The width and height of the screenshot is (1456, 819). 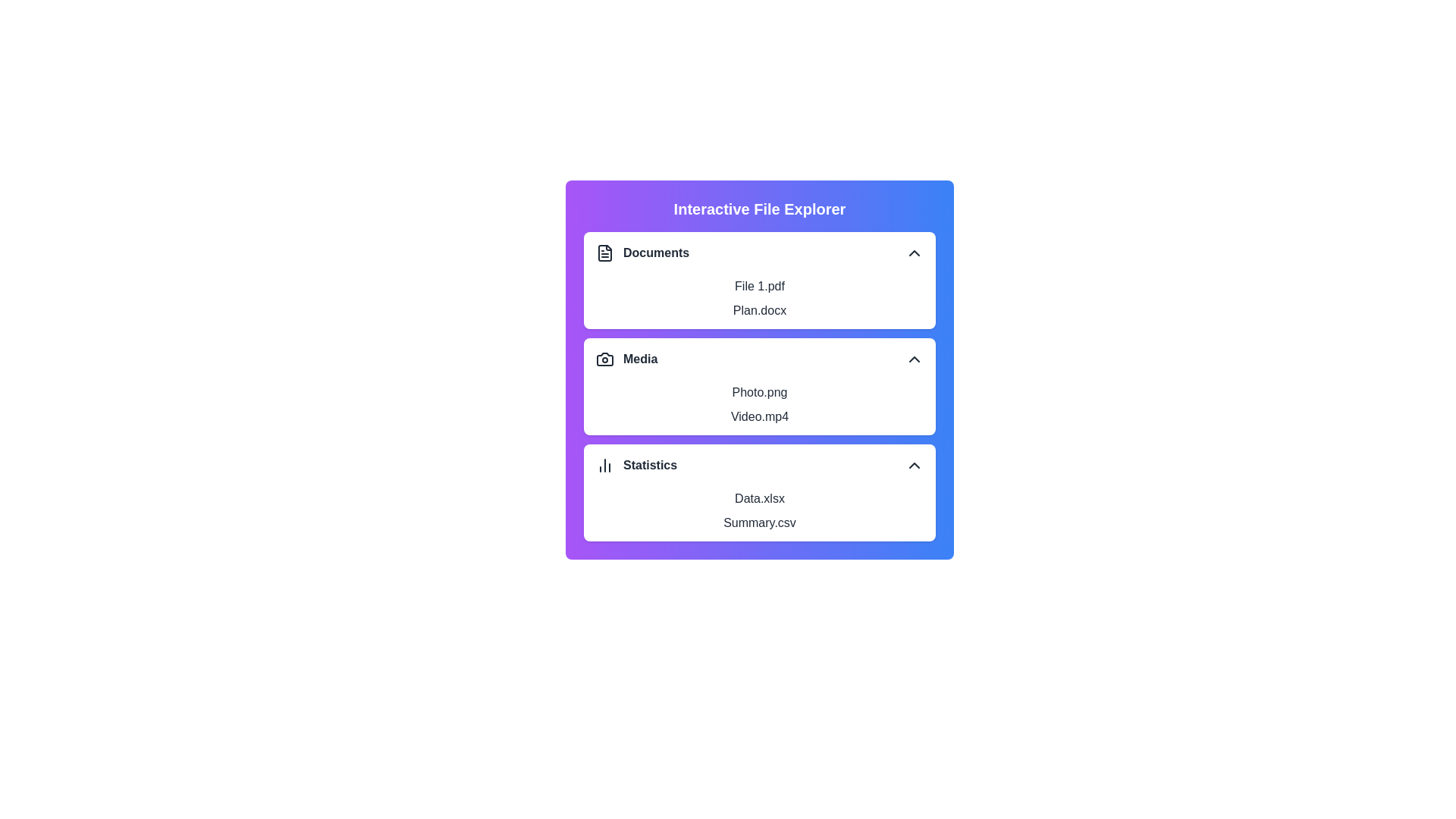 I want to click on the item Video.mp4 from the section Media, so click(x=760, y=417).